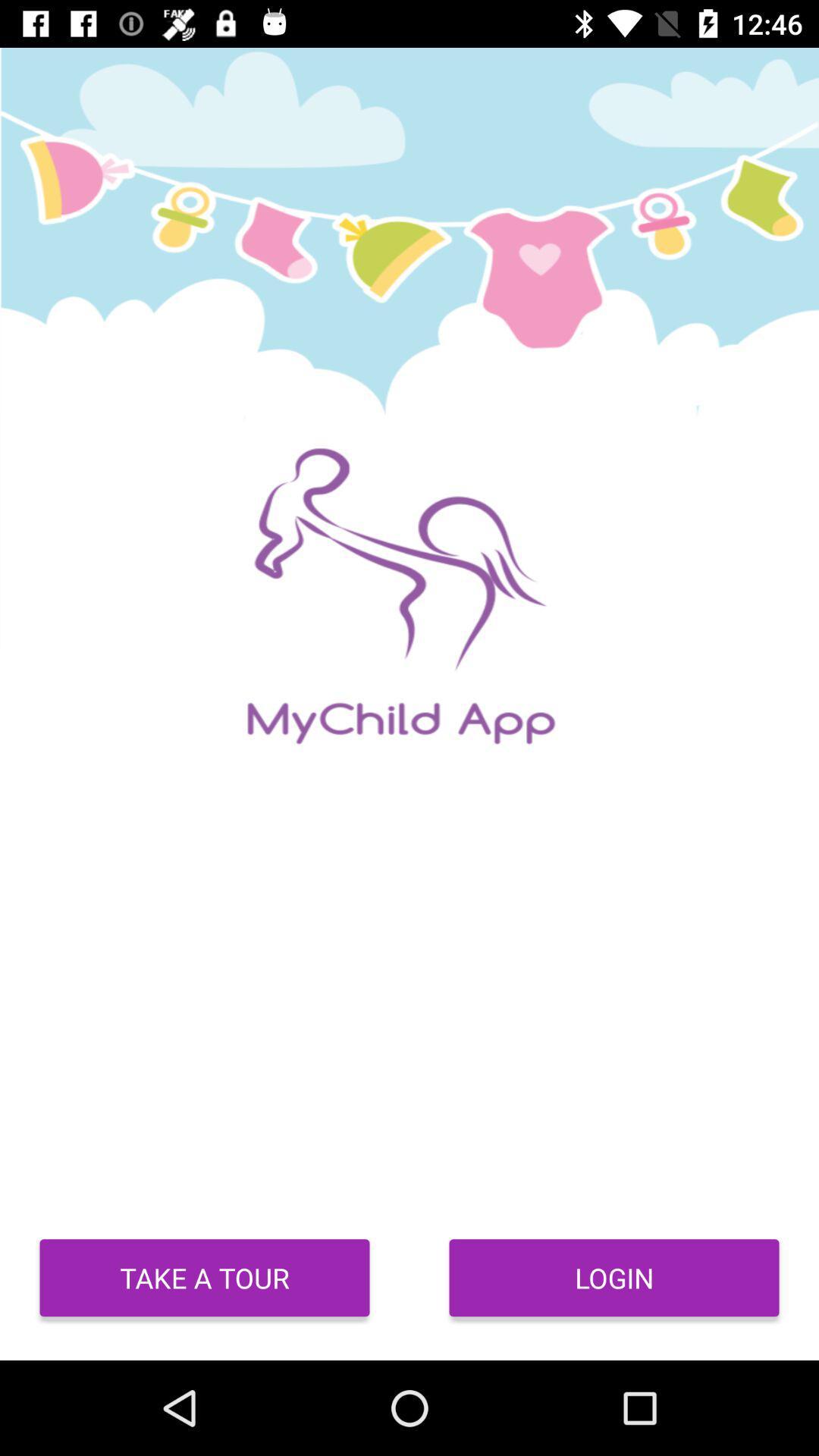 This screenshot has width=819, height=1456. Describe the element at coordinates (205, 1277) in the screenshot. I see `take a tour at the bottom left corner` at that location.